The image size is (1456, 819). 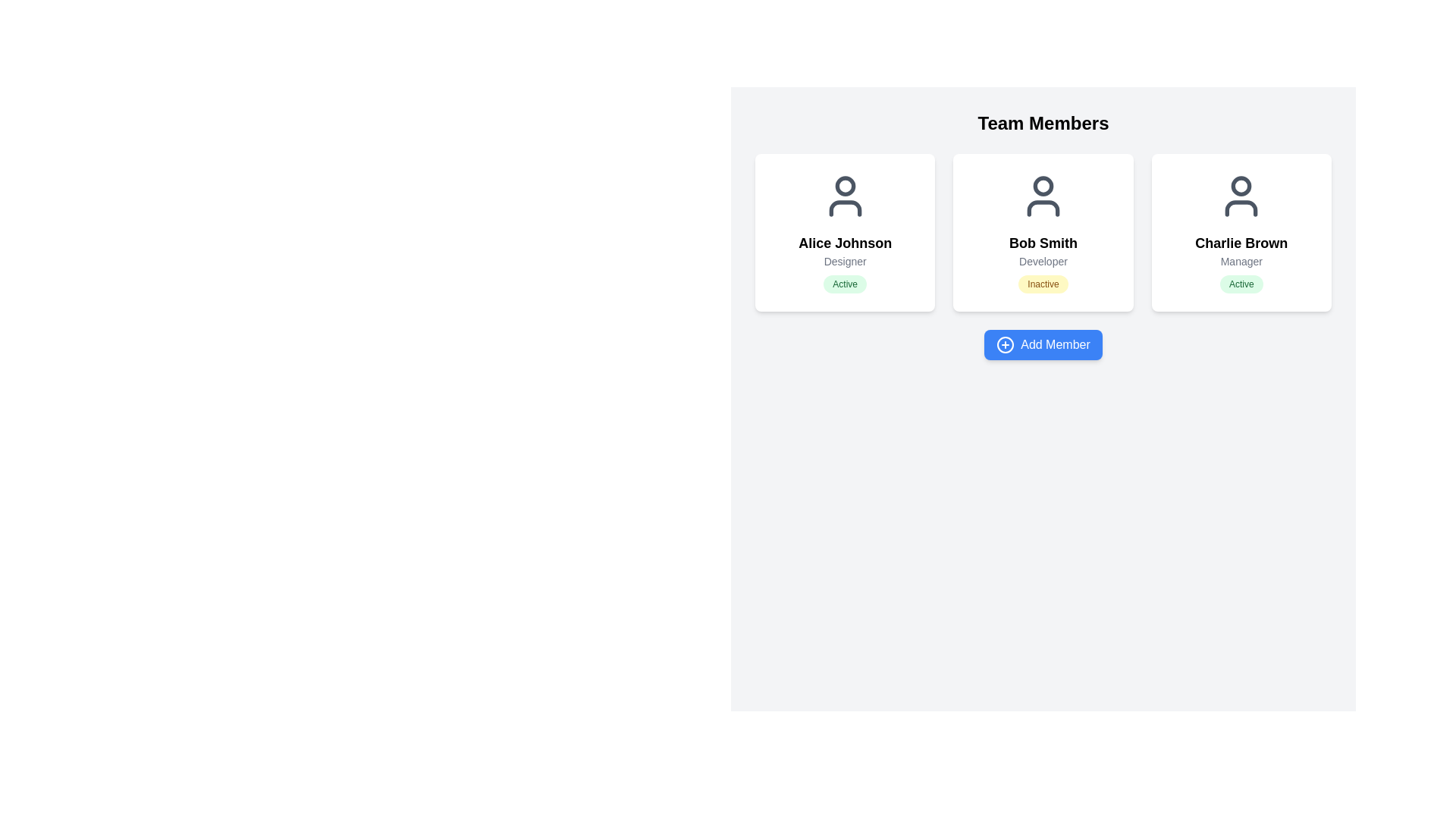 I want to click on displayed text of the small green rectangular badge labeled 'Active' located at the bottom of Charlie Brown's profile card in the Team Members section, so click(x=1241, y=284).